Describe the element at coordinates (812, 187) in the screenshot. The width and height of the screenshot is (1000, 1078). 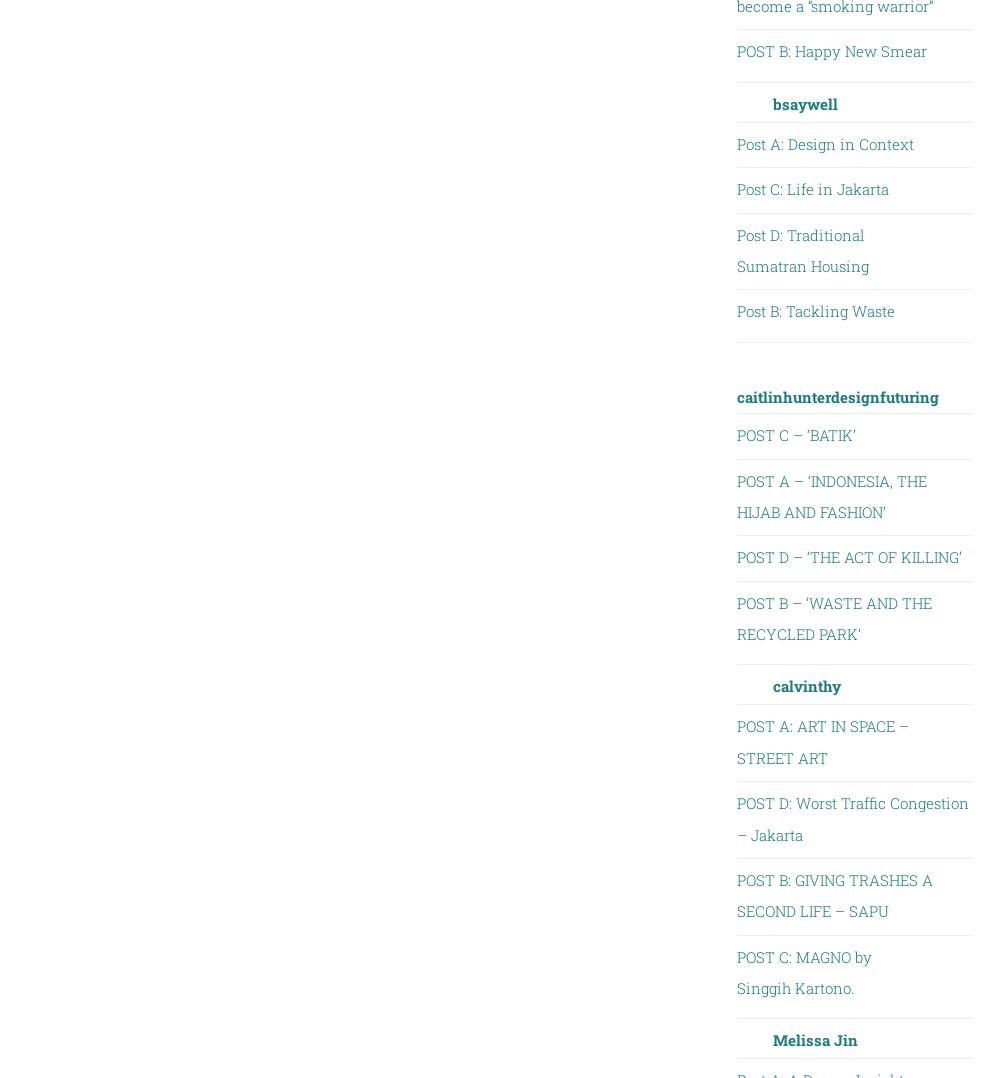
I see `'Post C: Life in Jakarta'` at that location.